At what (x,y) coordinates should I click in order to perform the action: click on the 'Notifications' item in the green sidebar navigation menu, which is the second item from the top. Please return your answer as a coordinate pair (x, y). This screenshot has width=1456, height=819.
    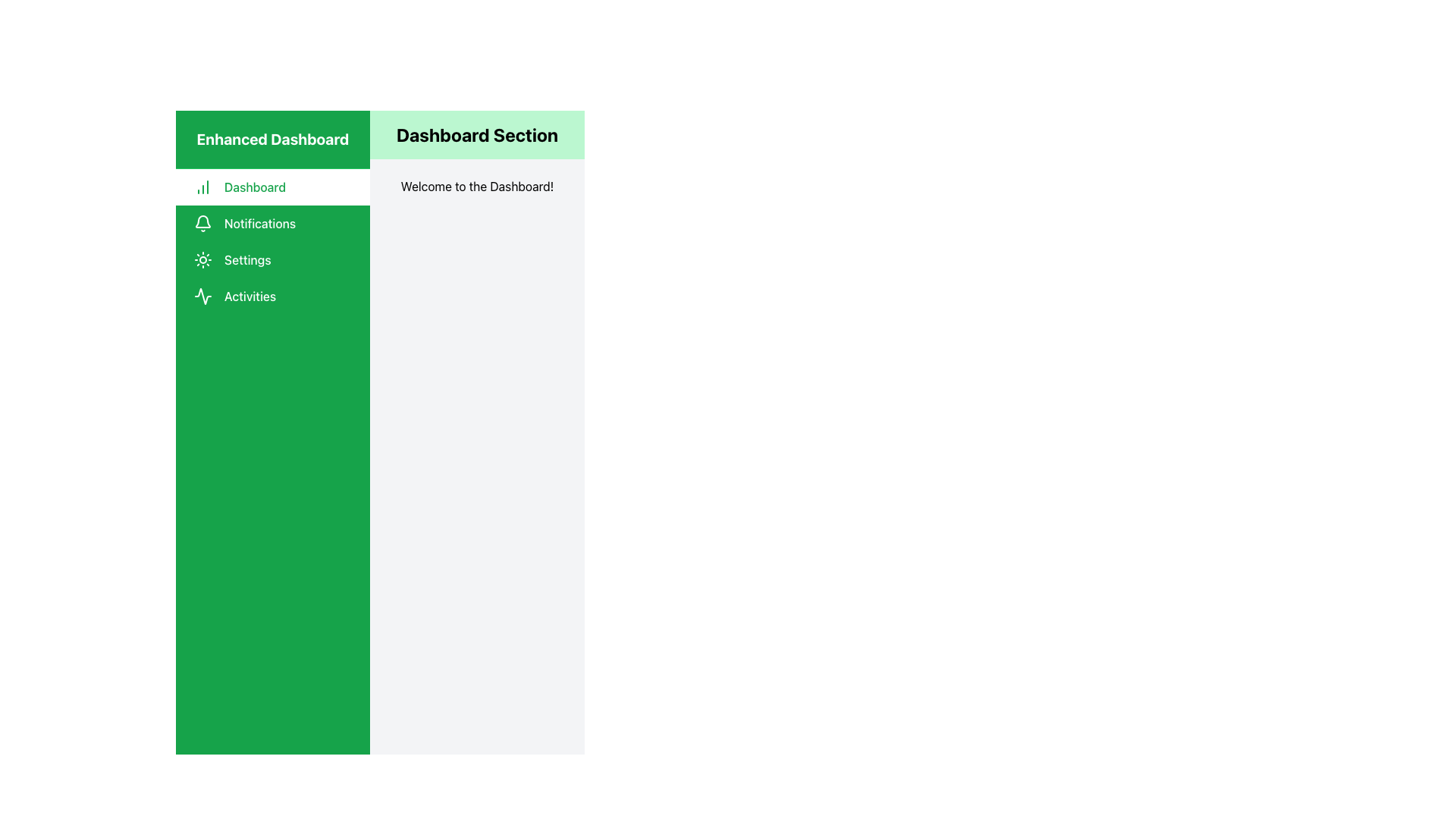
    Looking at the image, I should click on (273, 241).